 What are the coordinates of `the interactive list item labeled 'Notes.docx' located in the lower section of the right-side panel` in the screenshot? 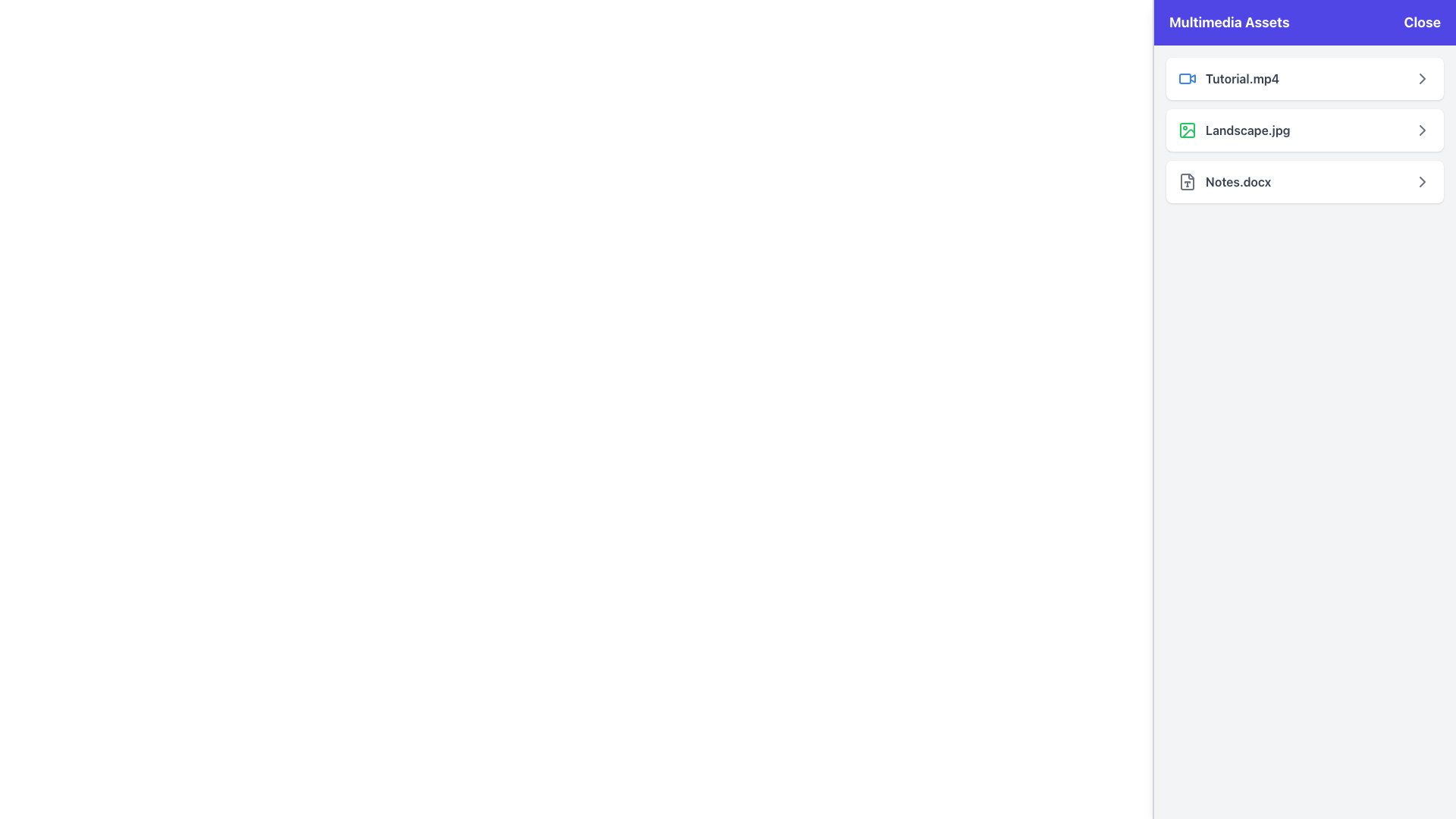 It's located at (1304, 180).